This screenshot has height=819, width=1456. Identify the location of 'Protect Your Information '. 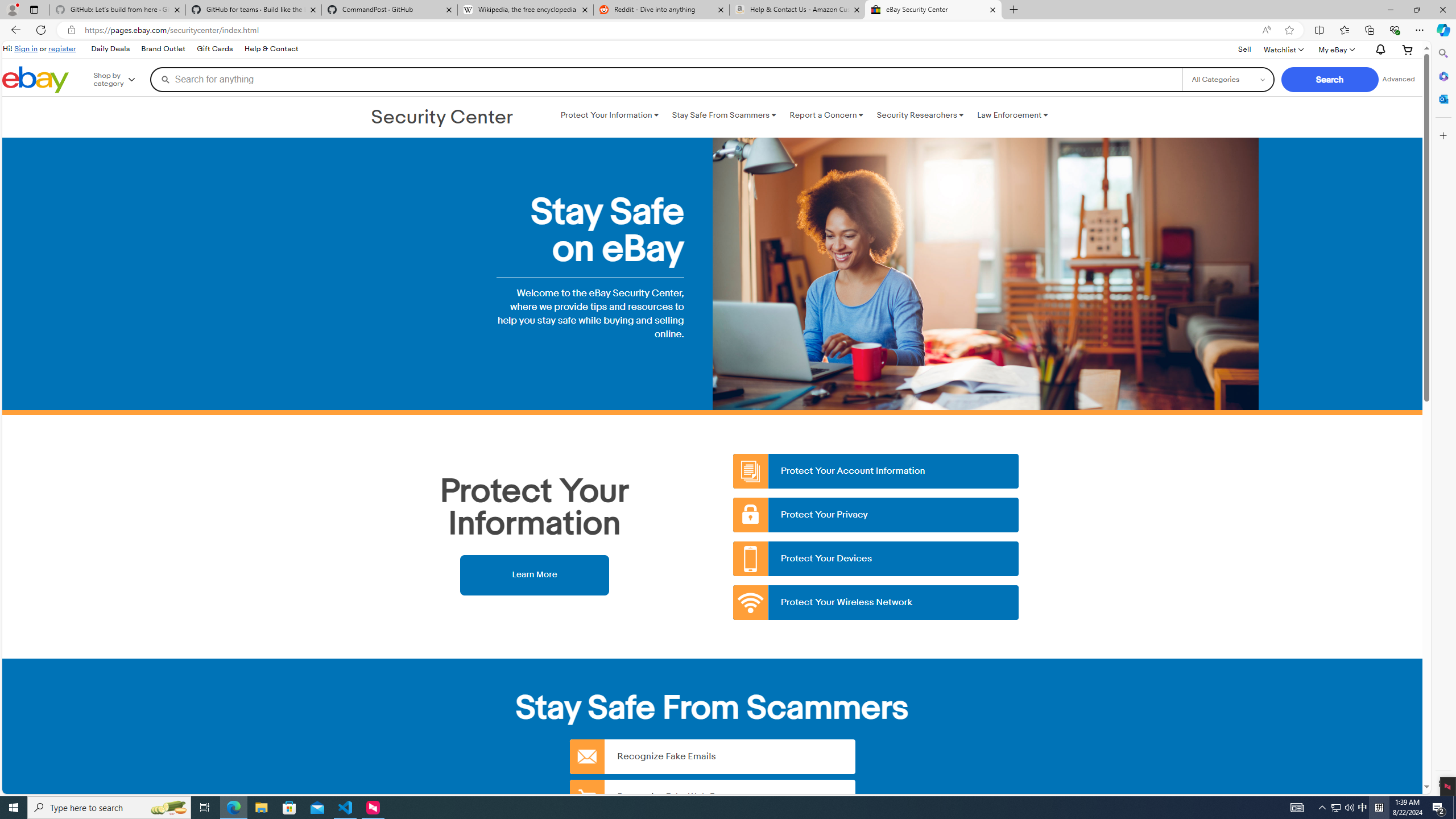
(609, 115).